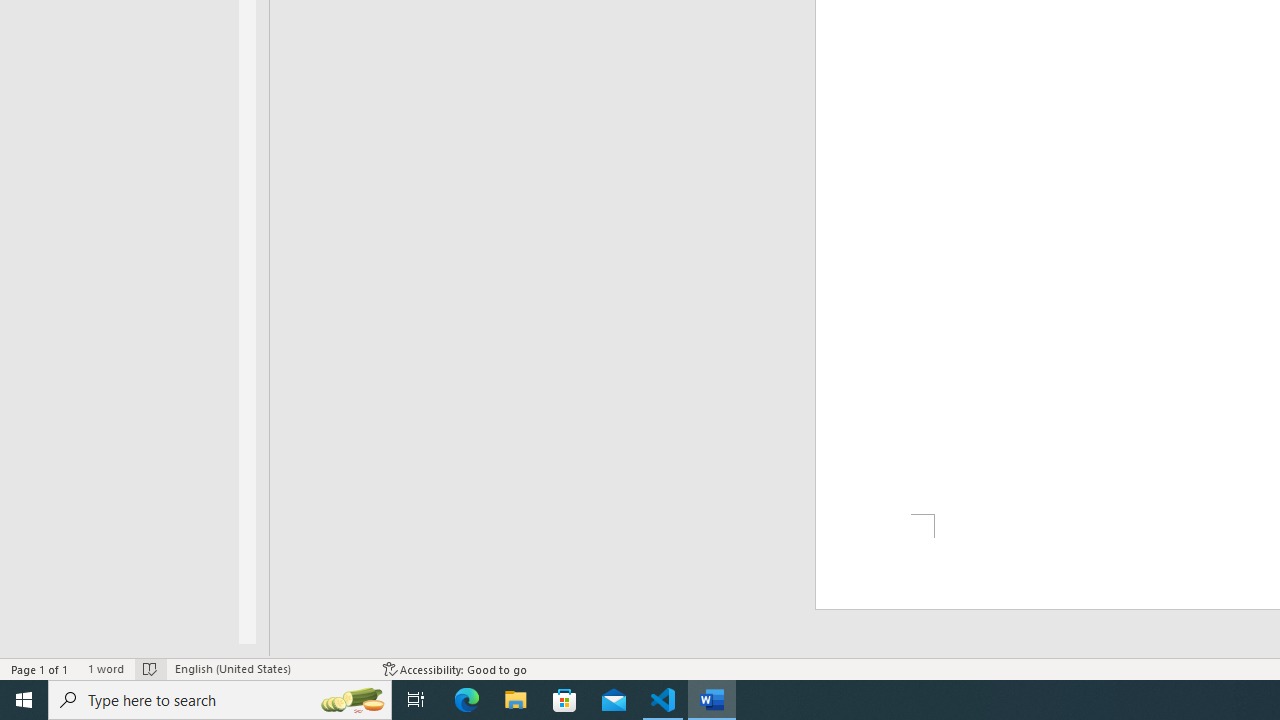 The image size is (1280, 720). I want to click on 'Page Number Page 1 of 1', so click(40, 669).